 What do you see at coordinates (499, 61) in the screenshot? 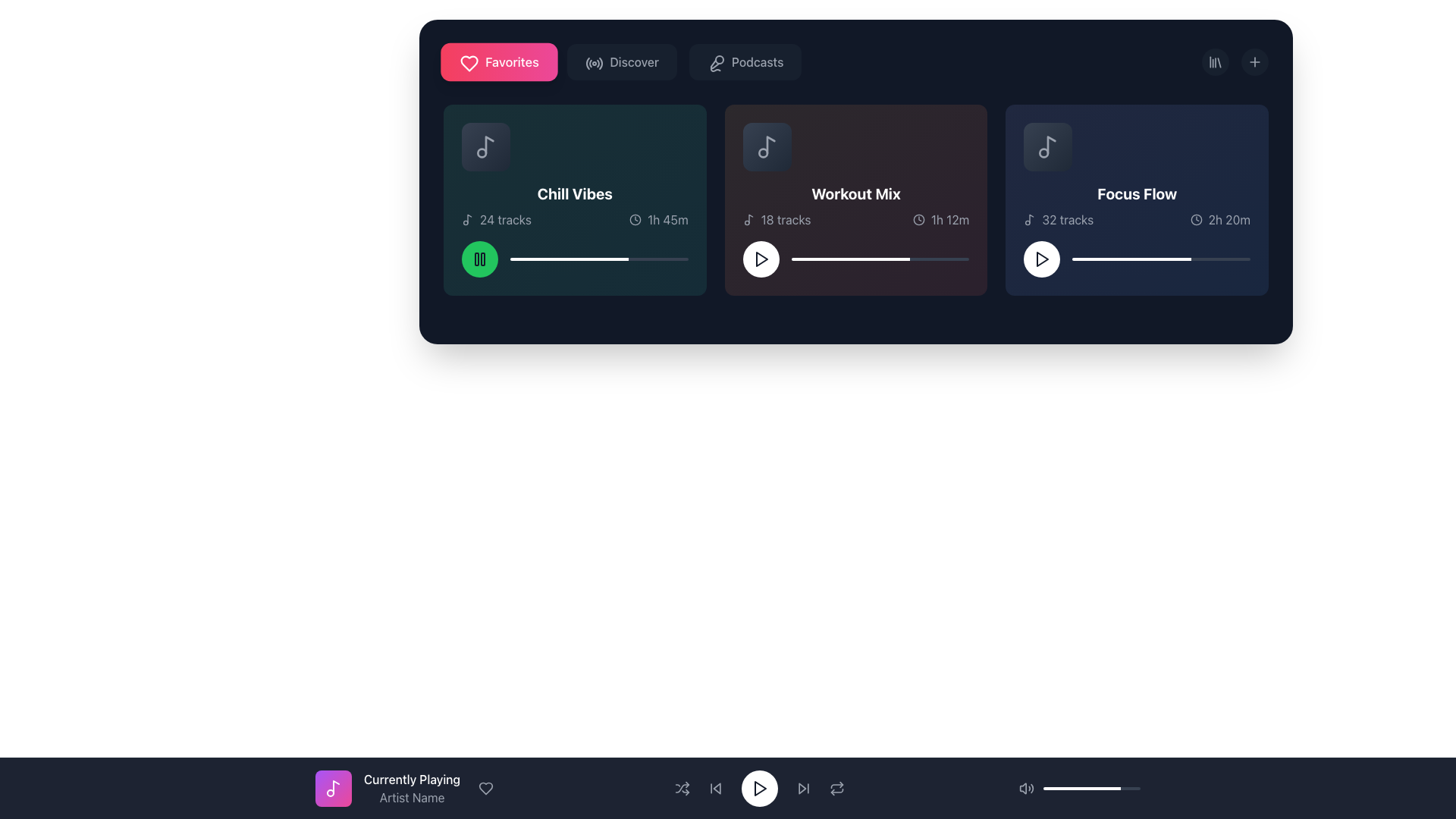
I see `the leftmost button labeled 'Favorites' with a gradient background and a heart icon` at bounding box center [499, 61].